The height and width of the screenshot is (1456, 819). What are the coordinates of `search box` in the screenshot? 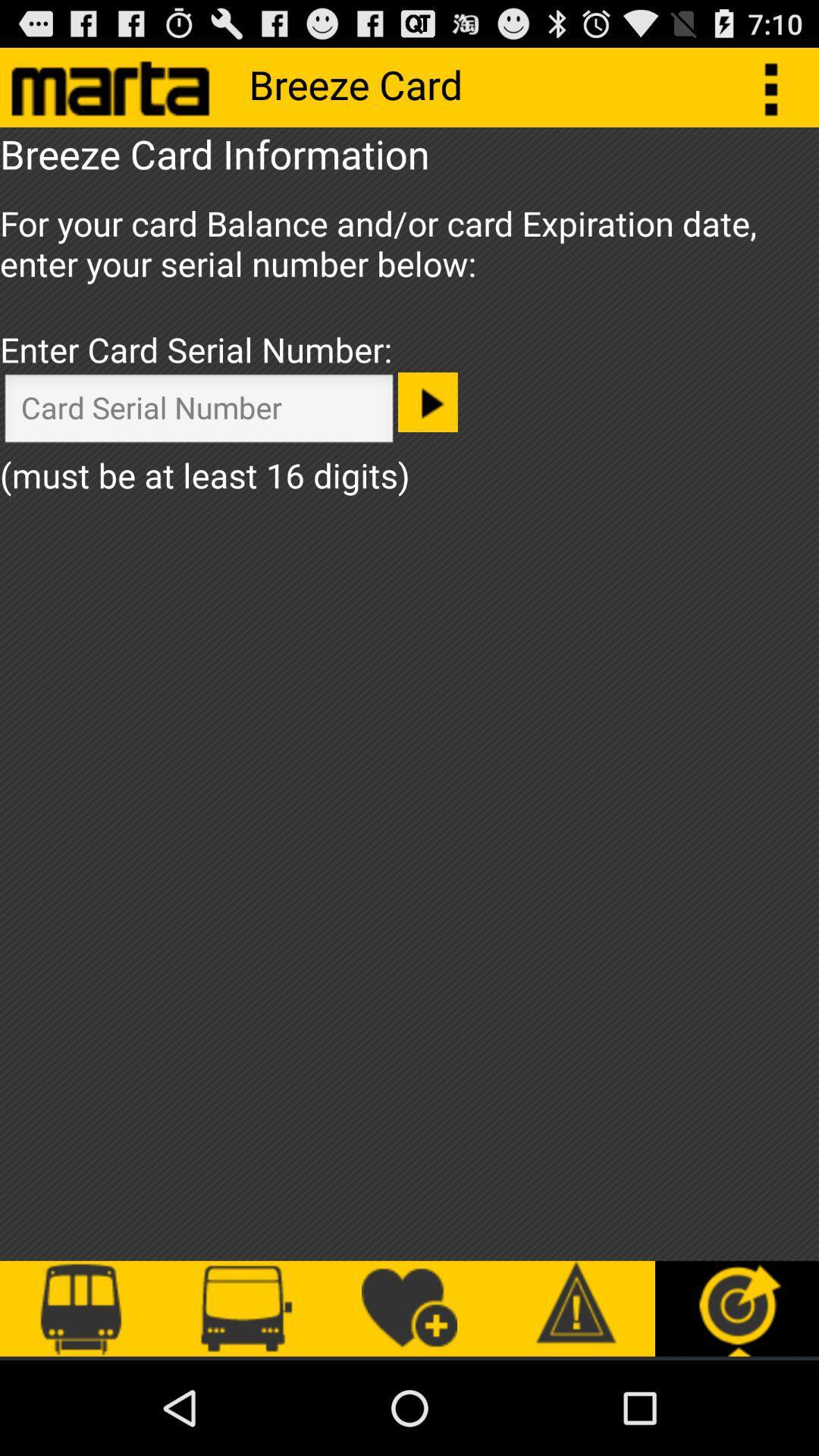 It's located at (198, 412).